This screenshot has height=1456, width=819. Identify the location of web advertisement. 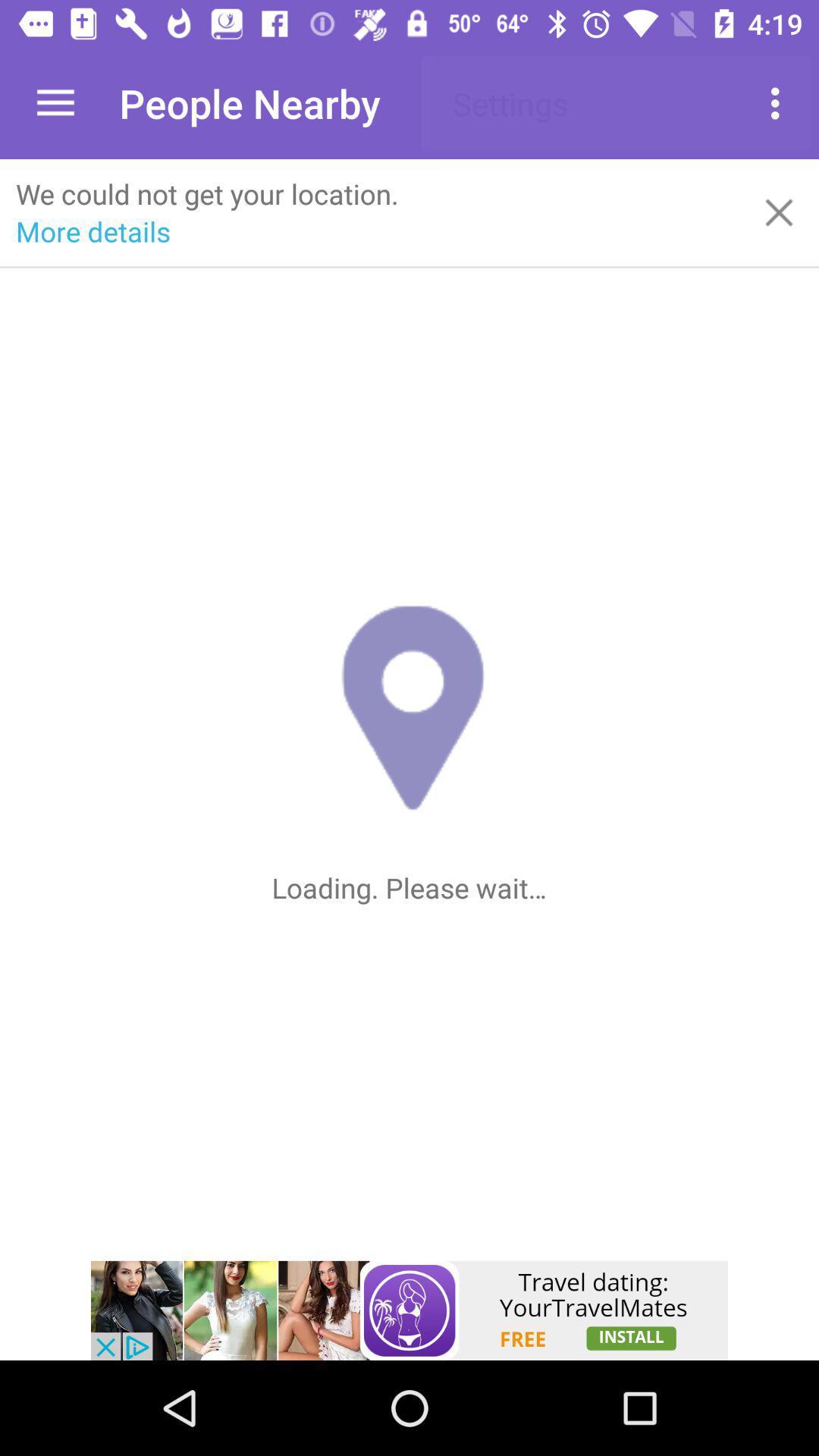
(409, 1310).